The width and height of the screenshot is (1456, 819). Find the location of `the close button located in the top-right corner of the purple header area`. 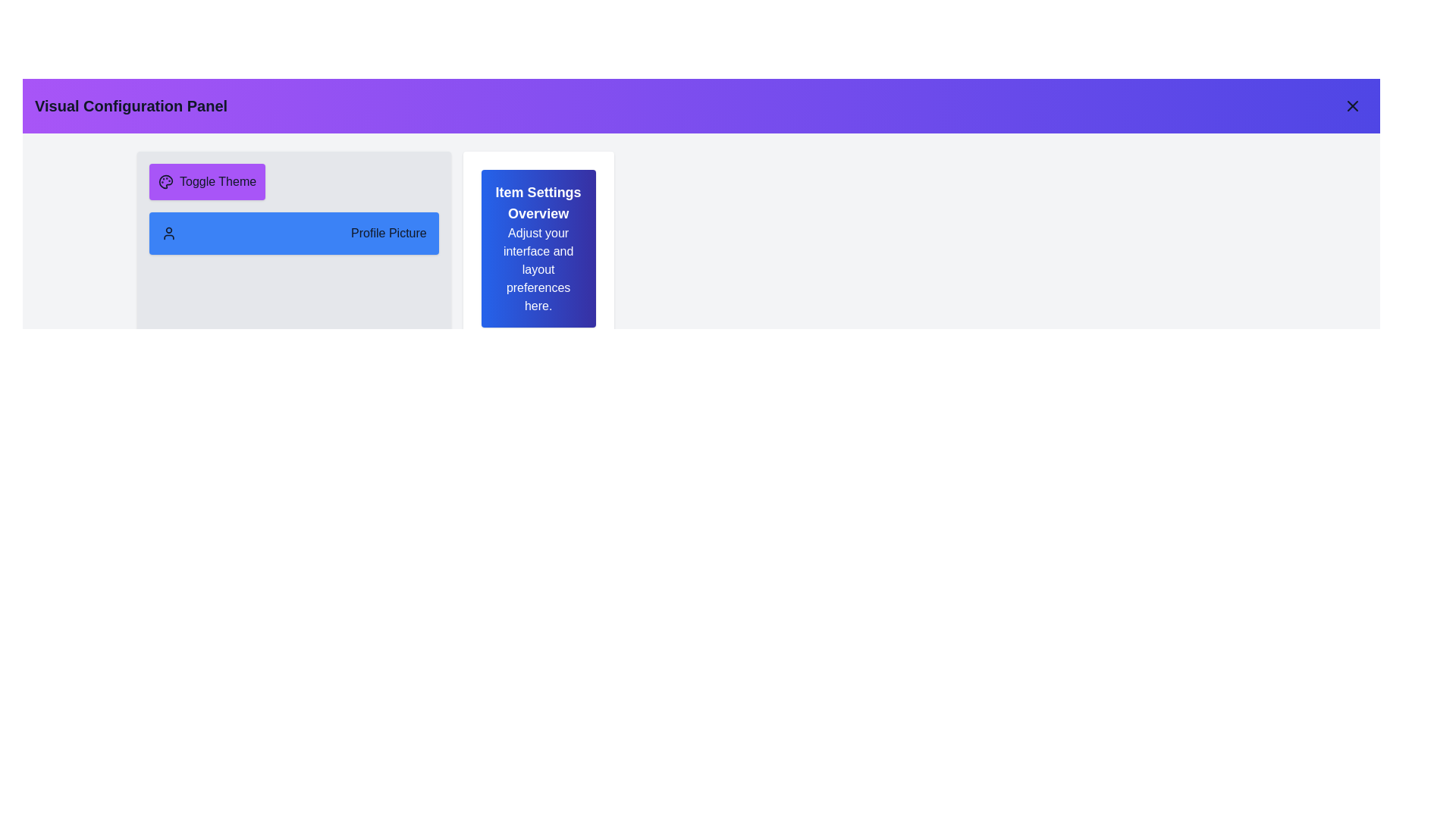

the close button located in the top-right corner of the purple header area is located at coordinates (1353, 105).